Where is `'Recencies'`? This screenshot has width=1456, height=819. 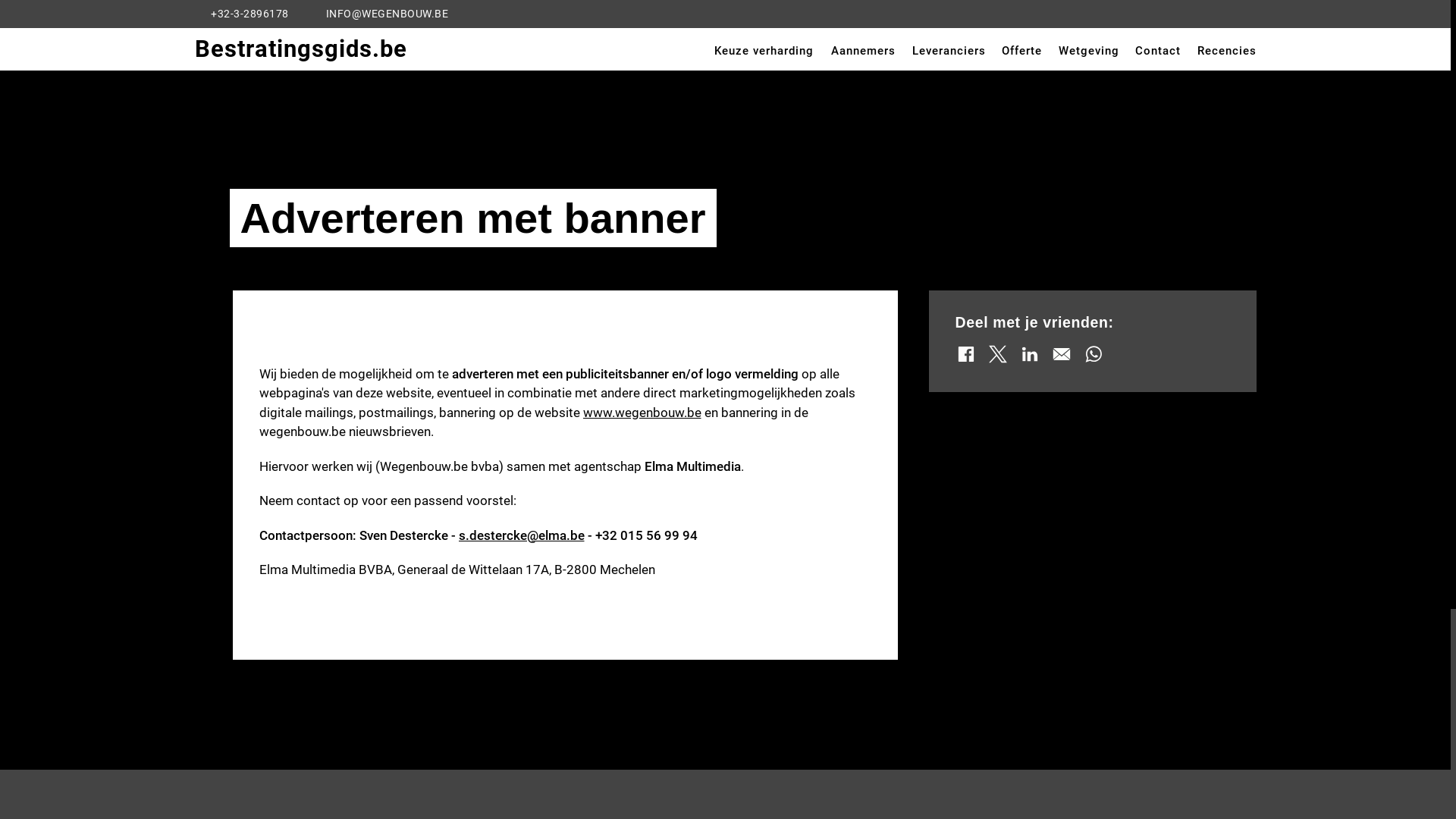
'Recencies' is located at coordinates (1226, 52).